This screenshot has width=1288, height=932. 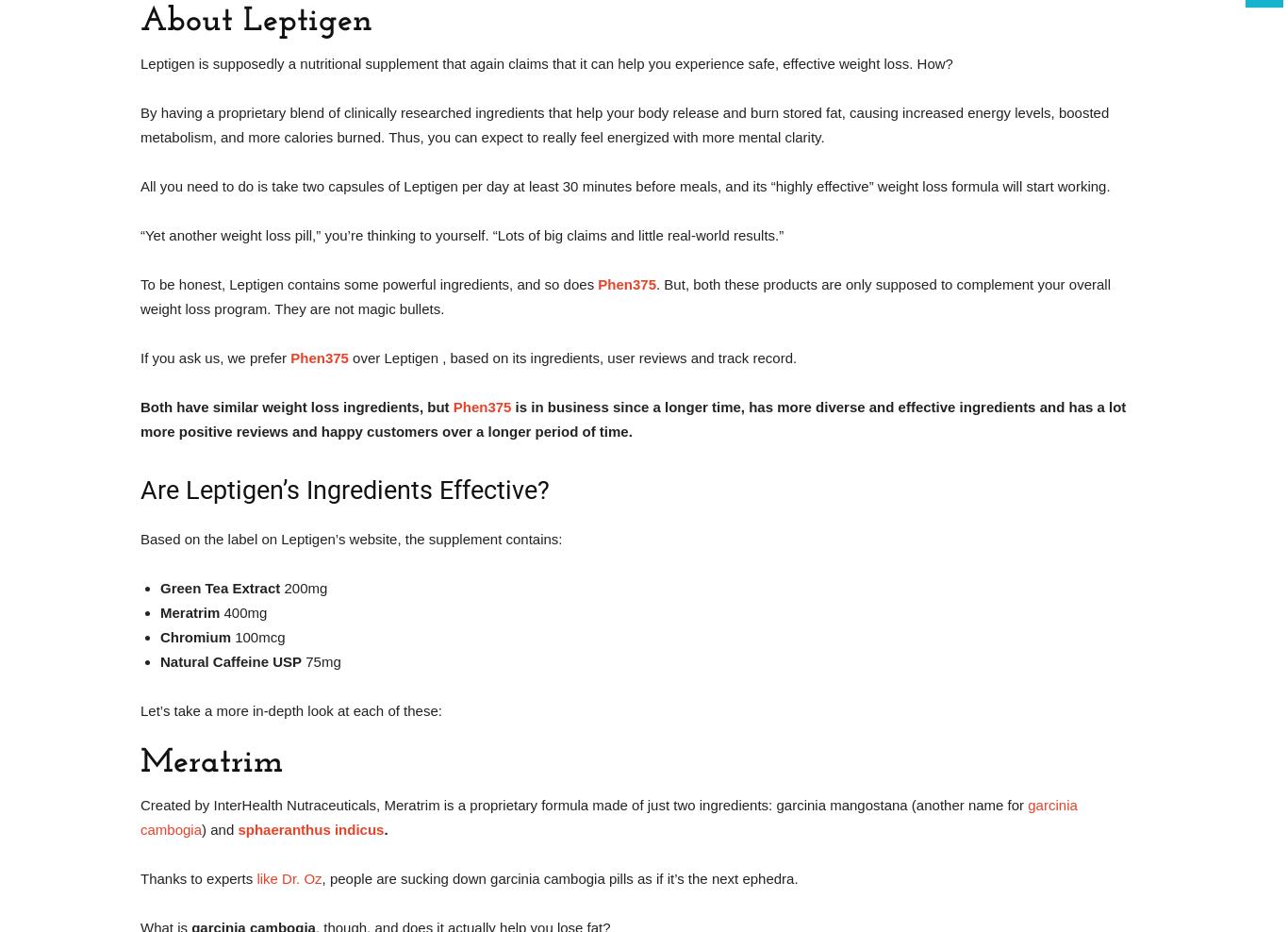 What do you see at coordinates (384, 828) in the screenshot?
I see `'.'` at bounding box center [384, 828].